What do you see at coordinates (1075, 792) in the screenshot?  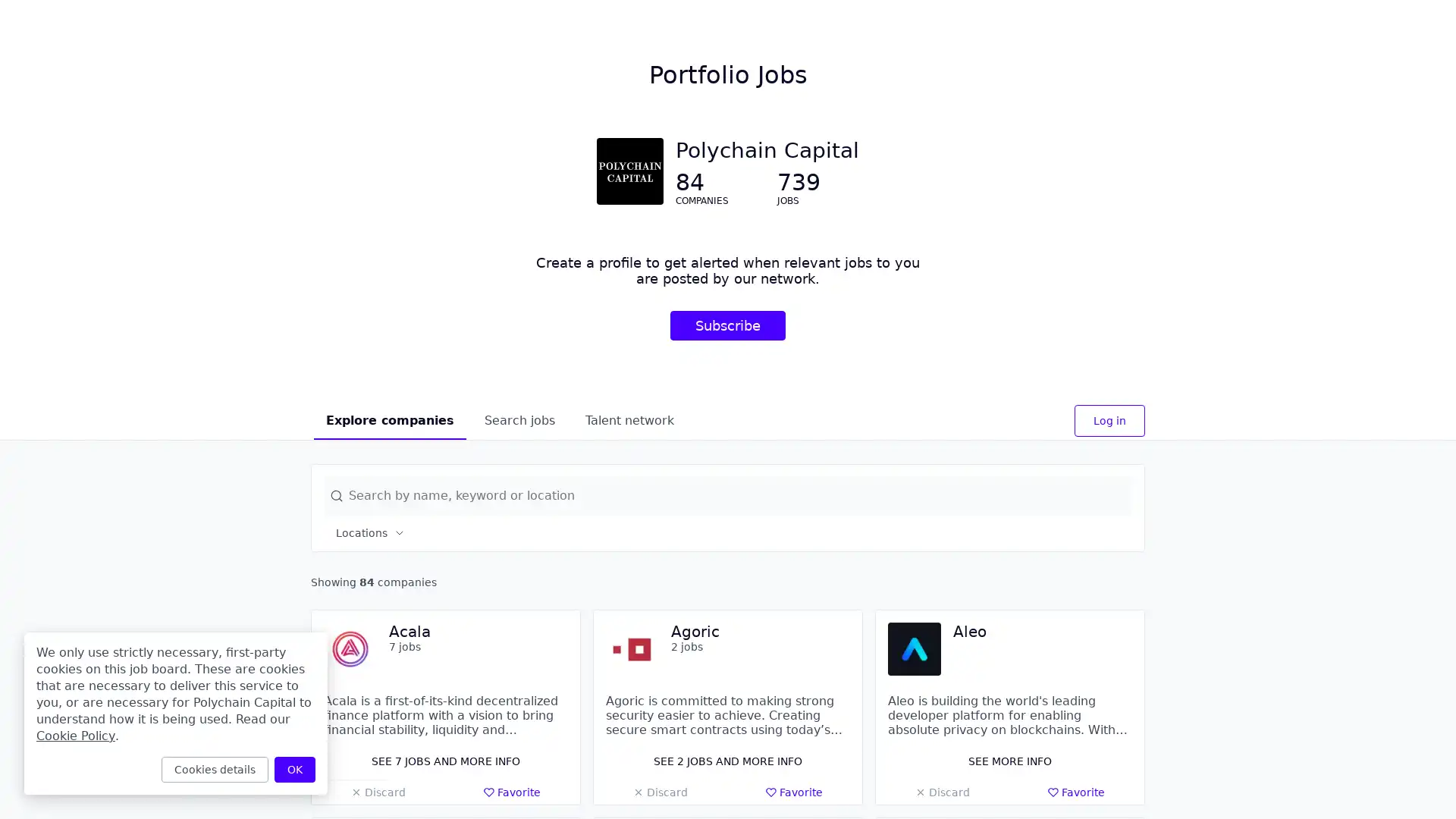 I see `Favorite` at bounding box center [1075, 792].